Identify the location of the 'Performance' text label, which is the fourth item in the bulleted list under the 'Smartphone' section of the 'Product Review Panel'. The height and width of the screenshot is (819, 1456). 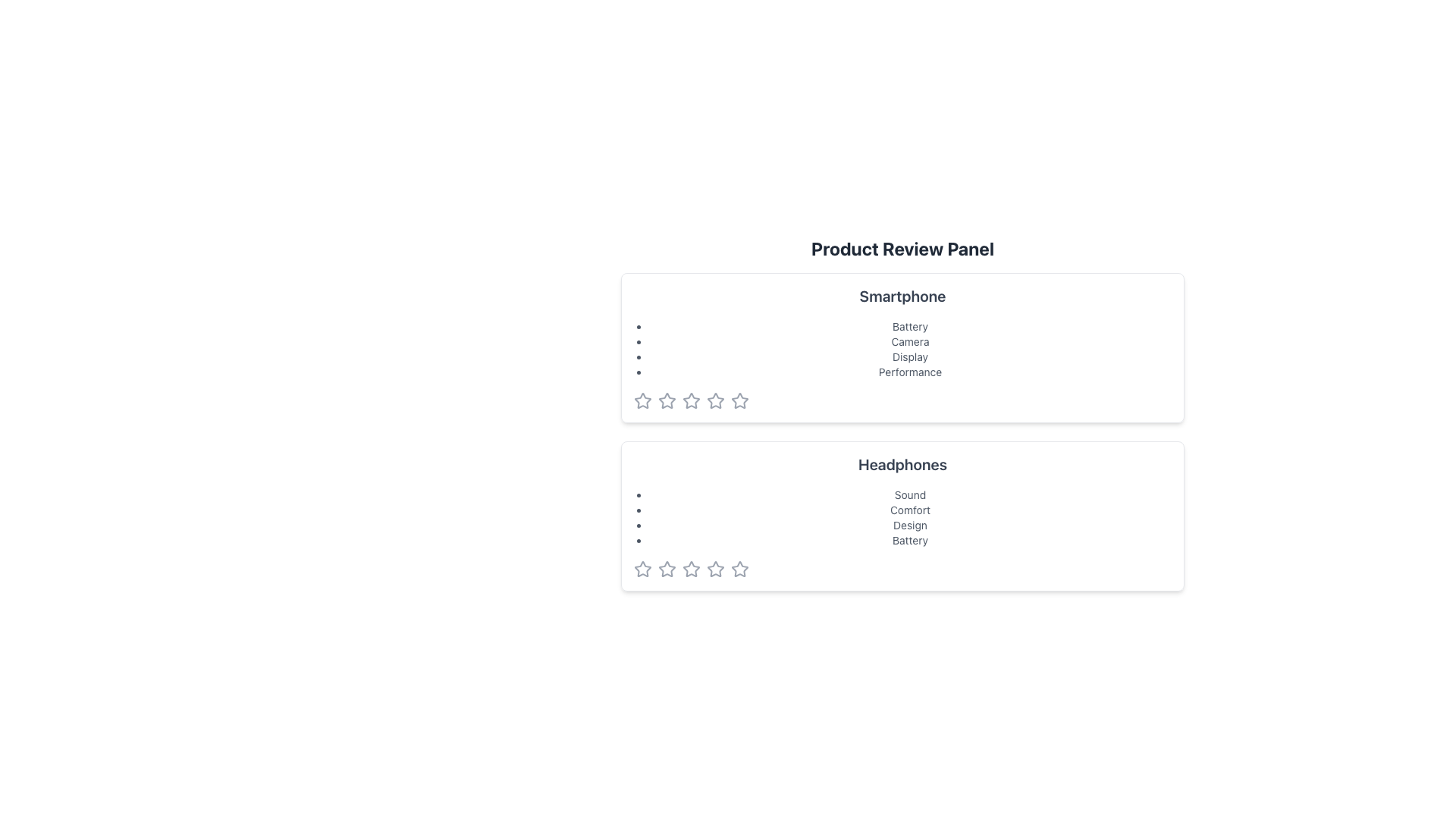
(910, 372).